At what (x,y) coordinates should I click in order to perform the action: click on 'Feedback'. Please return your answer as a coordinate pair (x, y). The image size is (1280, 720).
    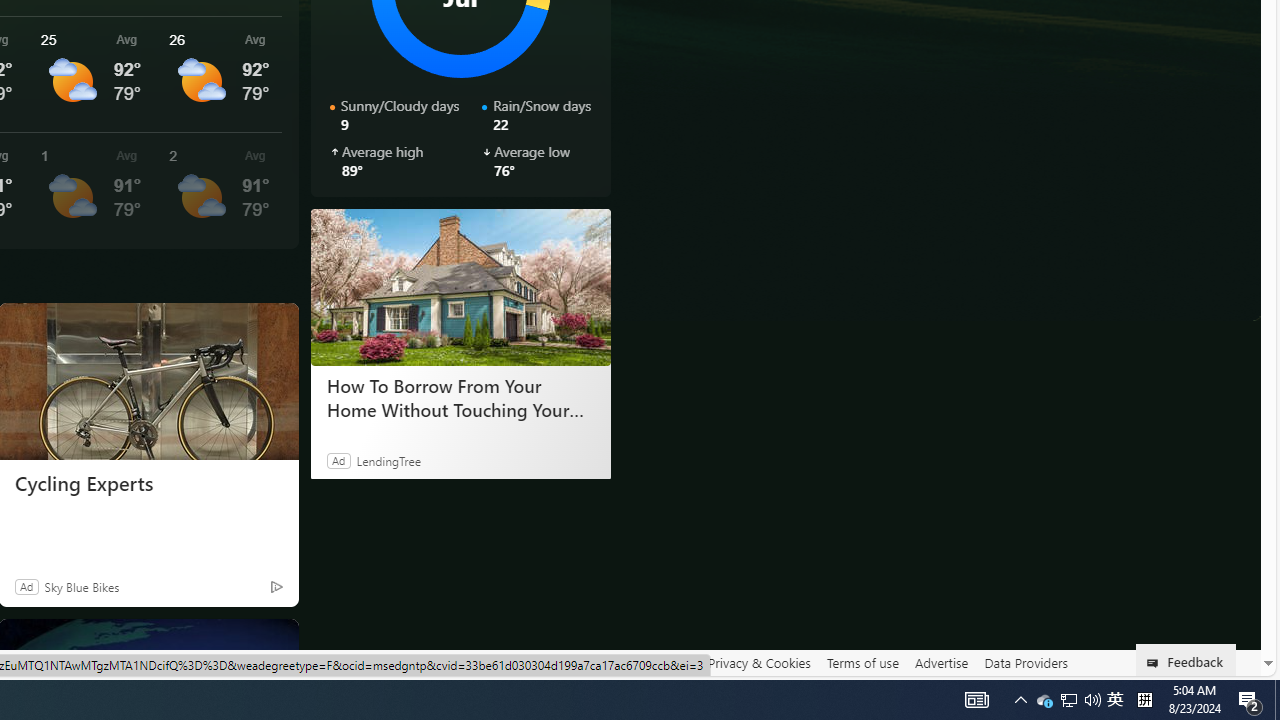
    Looking at the image, I should click on (1186, 659).